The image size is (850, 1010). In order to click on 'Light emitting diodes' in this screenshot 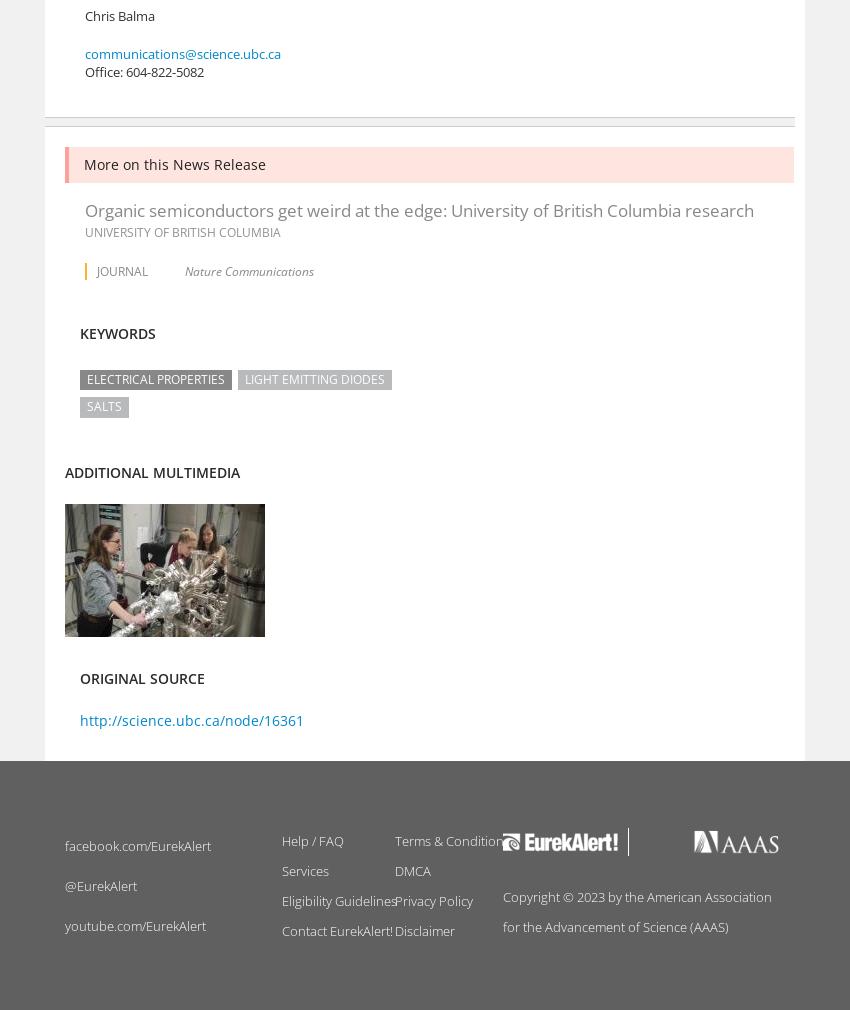, I will do `click(315, 378)`.